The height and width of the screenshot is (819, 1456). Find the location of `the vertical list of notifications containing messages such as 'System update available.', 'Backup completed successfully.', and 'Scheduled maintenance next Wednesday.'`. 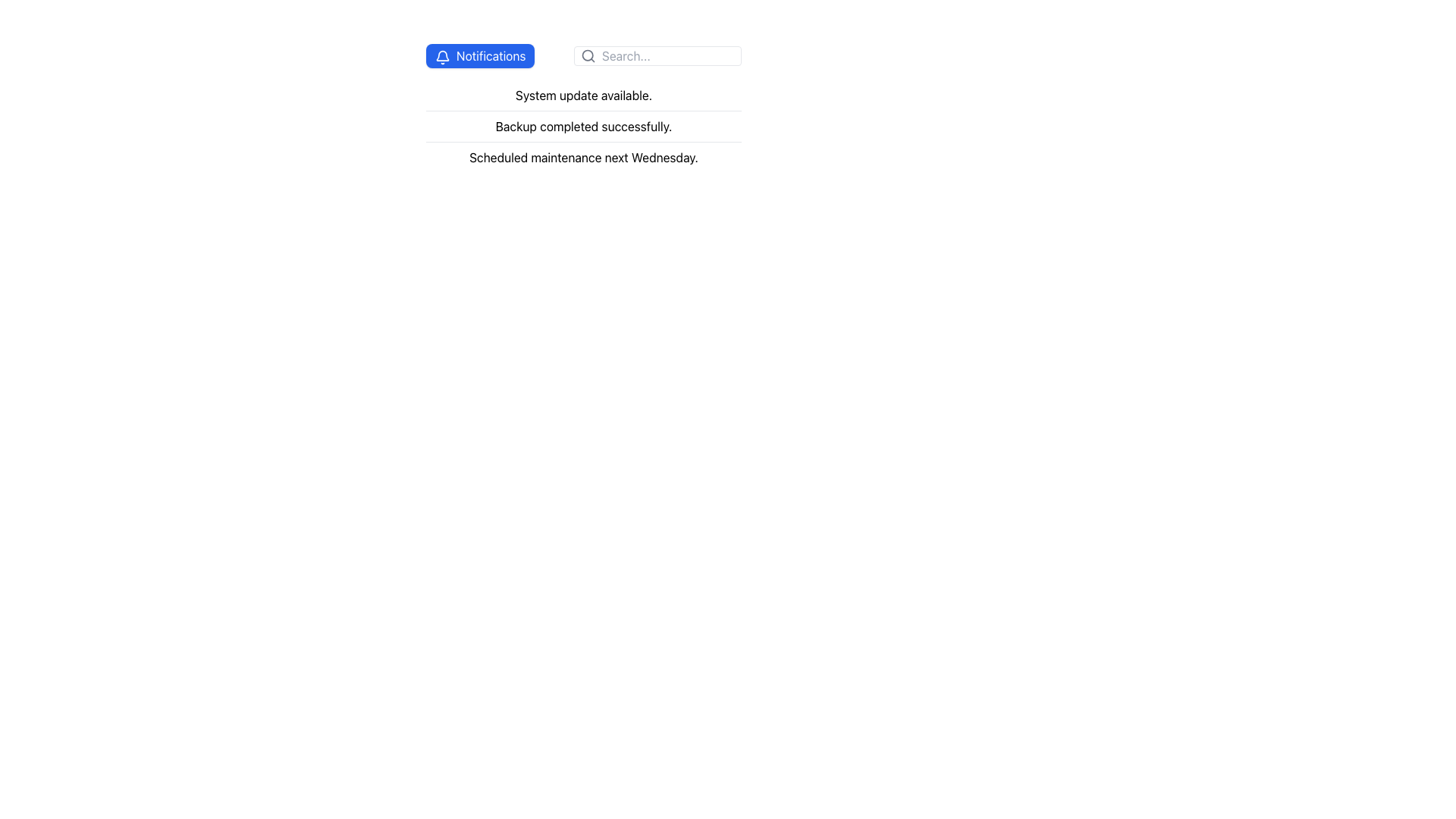

the vertical list of notifications containing messages such as 'System update available.', 'Backup completed successfully.', and 'Scheduled maintenance next Wednesday.' is located at coordinates (582, 125).